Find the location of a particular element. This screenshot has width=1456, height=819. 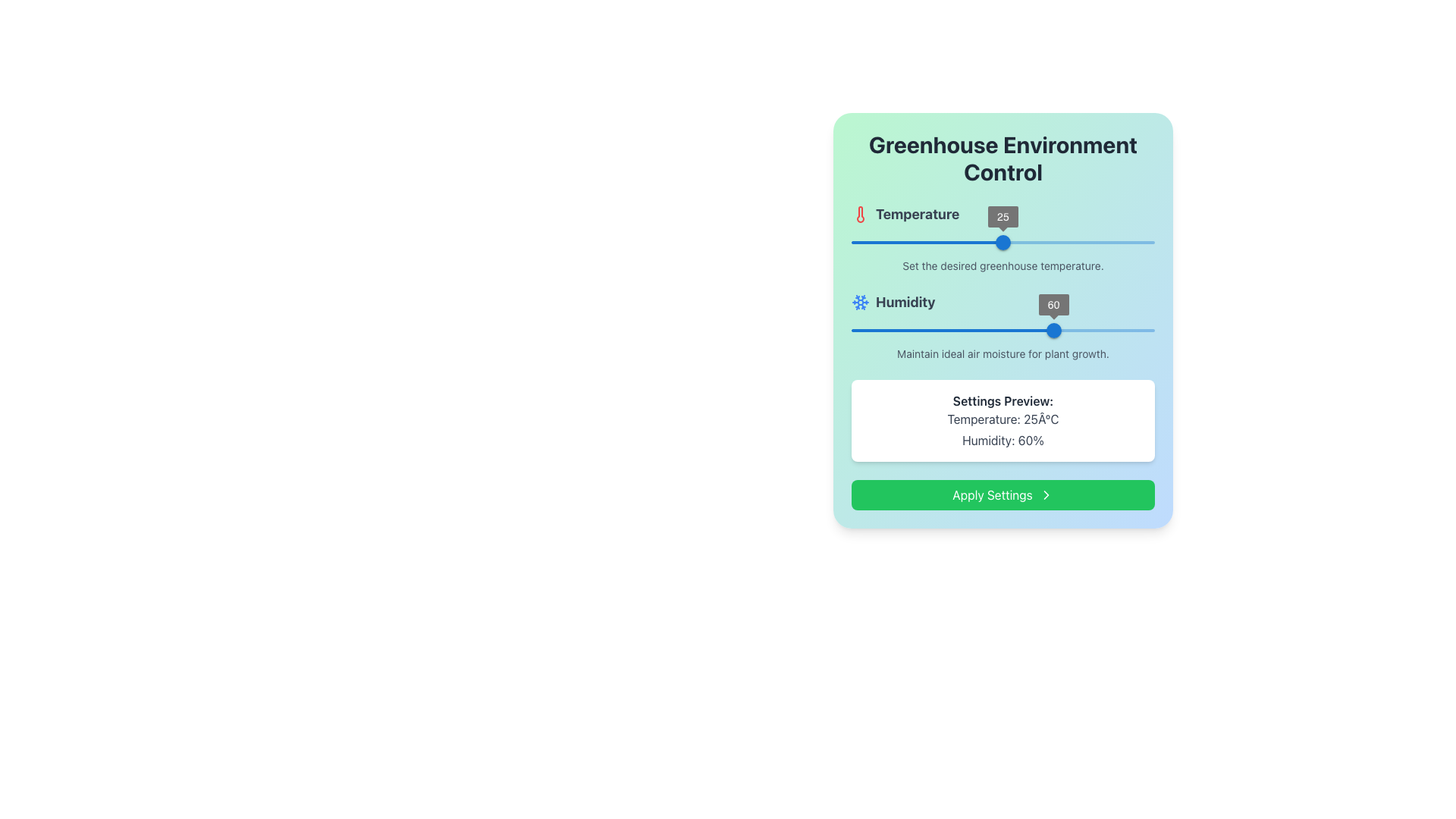

value displayed on the Value indicator label, which shows the number '60' in white text on a dark gray circular background, positioned above the slider for the 'Humidity' section is located at coordinates (1053, 304).